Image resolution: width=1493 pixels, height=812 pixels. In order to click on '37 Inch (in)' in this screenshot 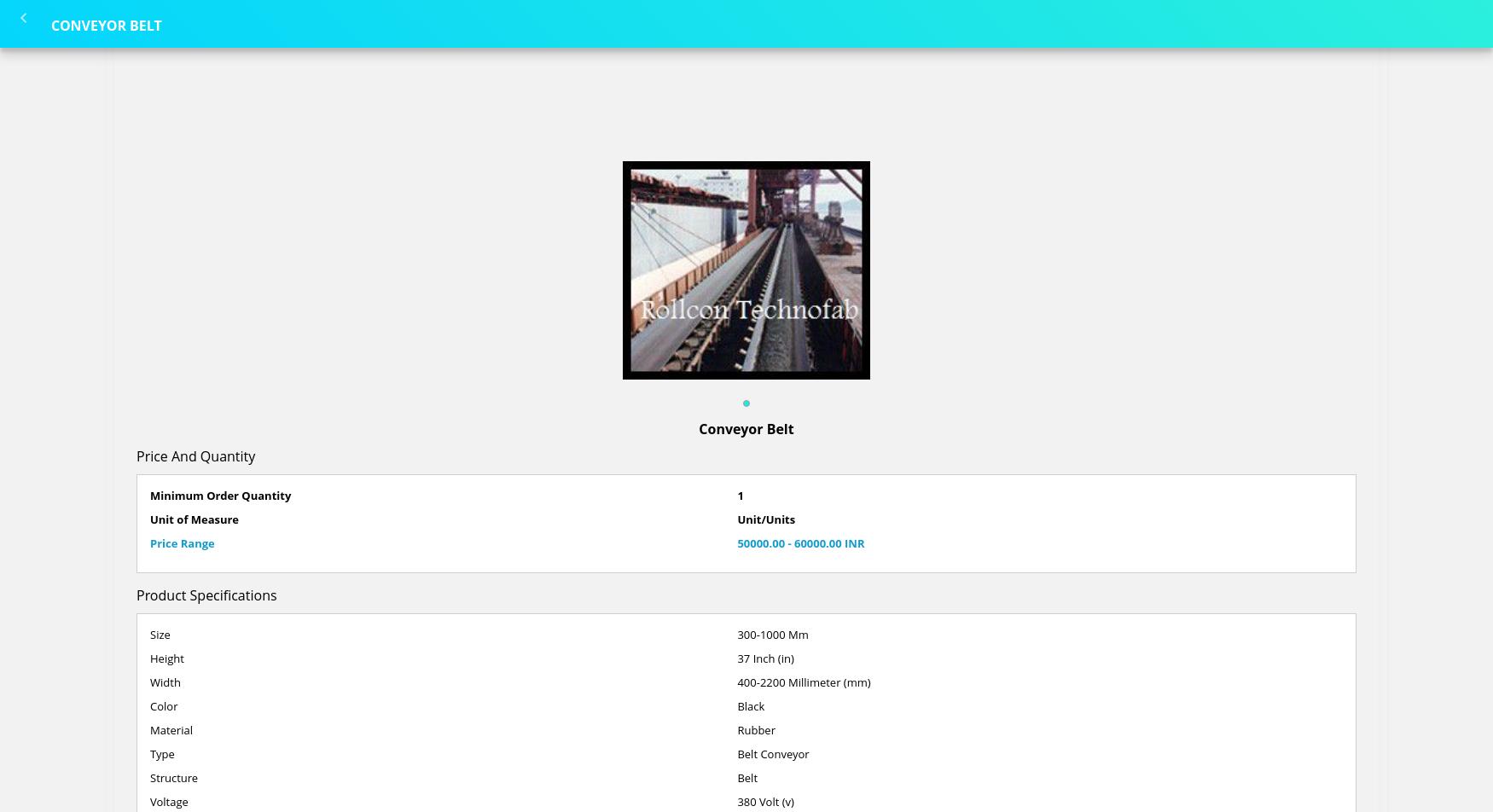, I will do `click(764, 658)`.